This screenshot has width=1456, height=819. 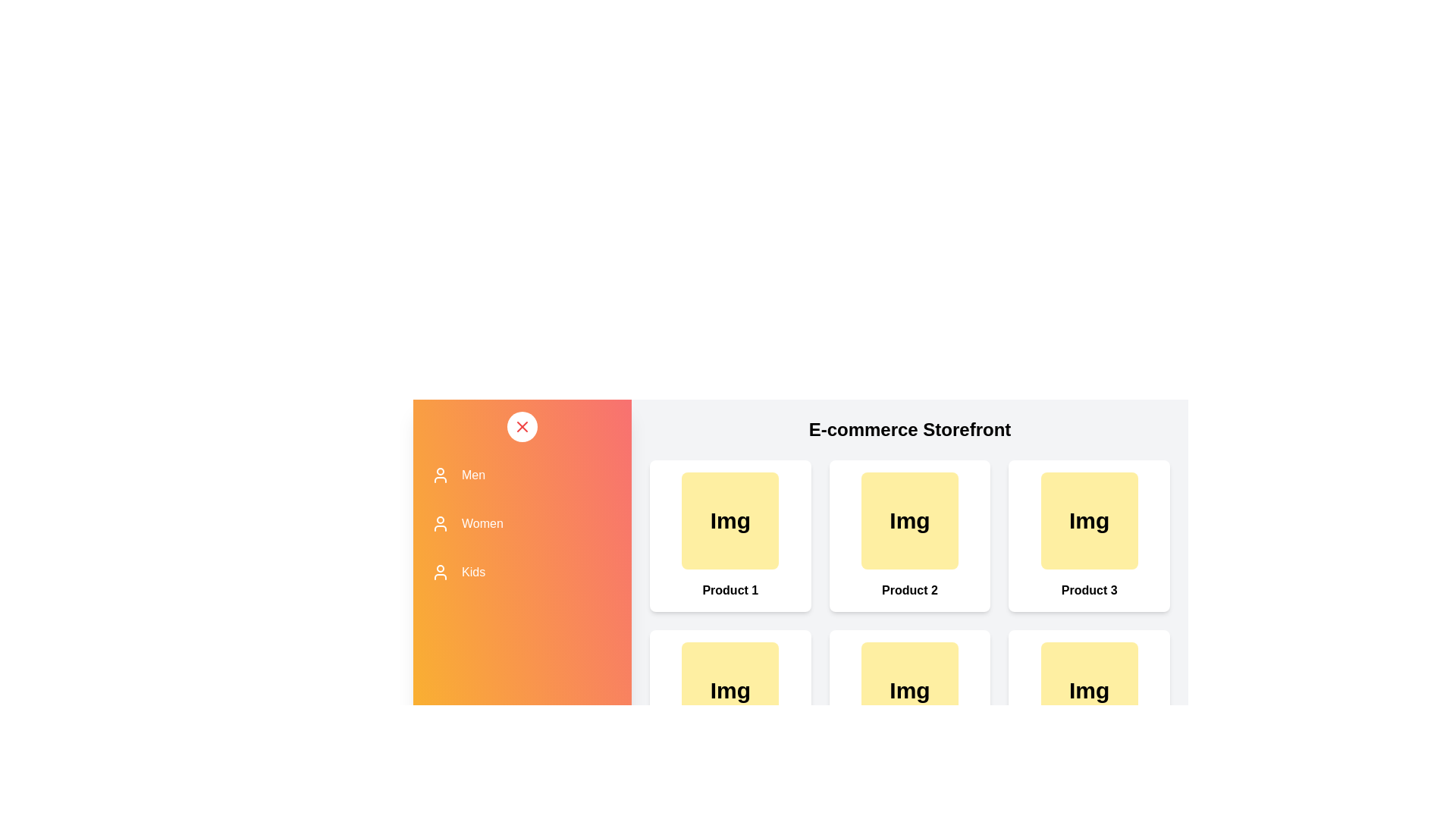 I want to click on the category Men from the list, so click(x=522, y=475).